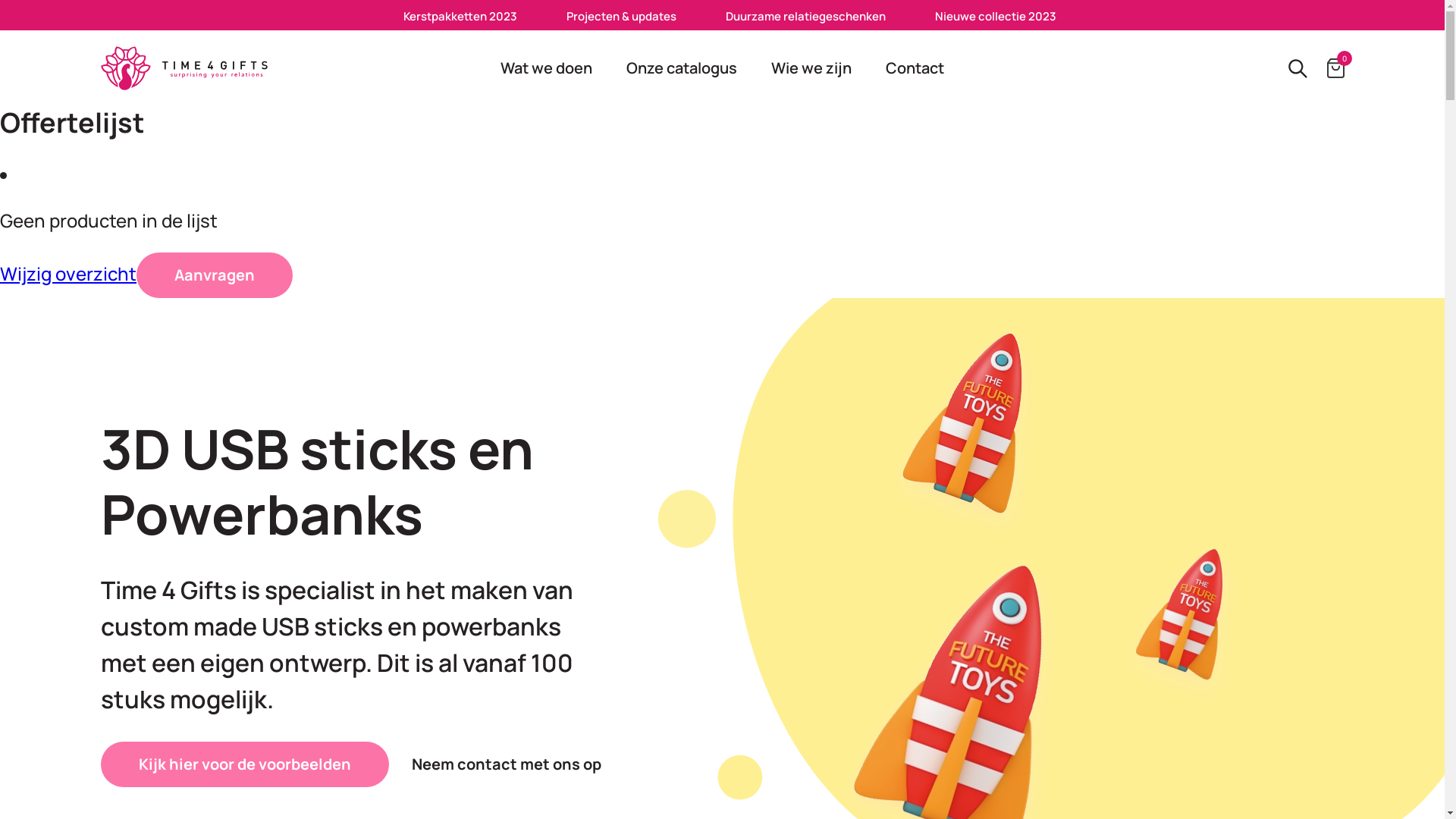 This screenshot has height=819, width=1456. What do you see at coordinates (805, 16) in the screenshot?
I see `'Duurzame relatiegeschenken'` at bounding box center [805, 16].